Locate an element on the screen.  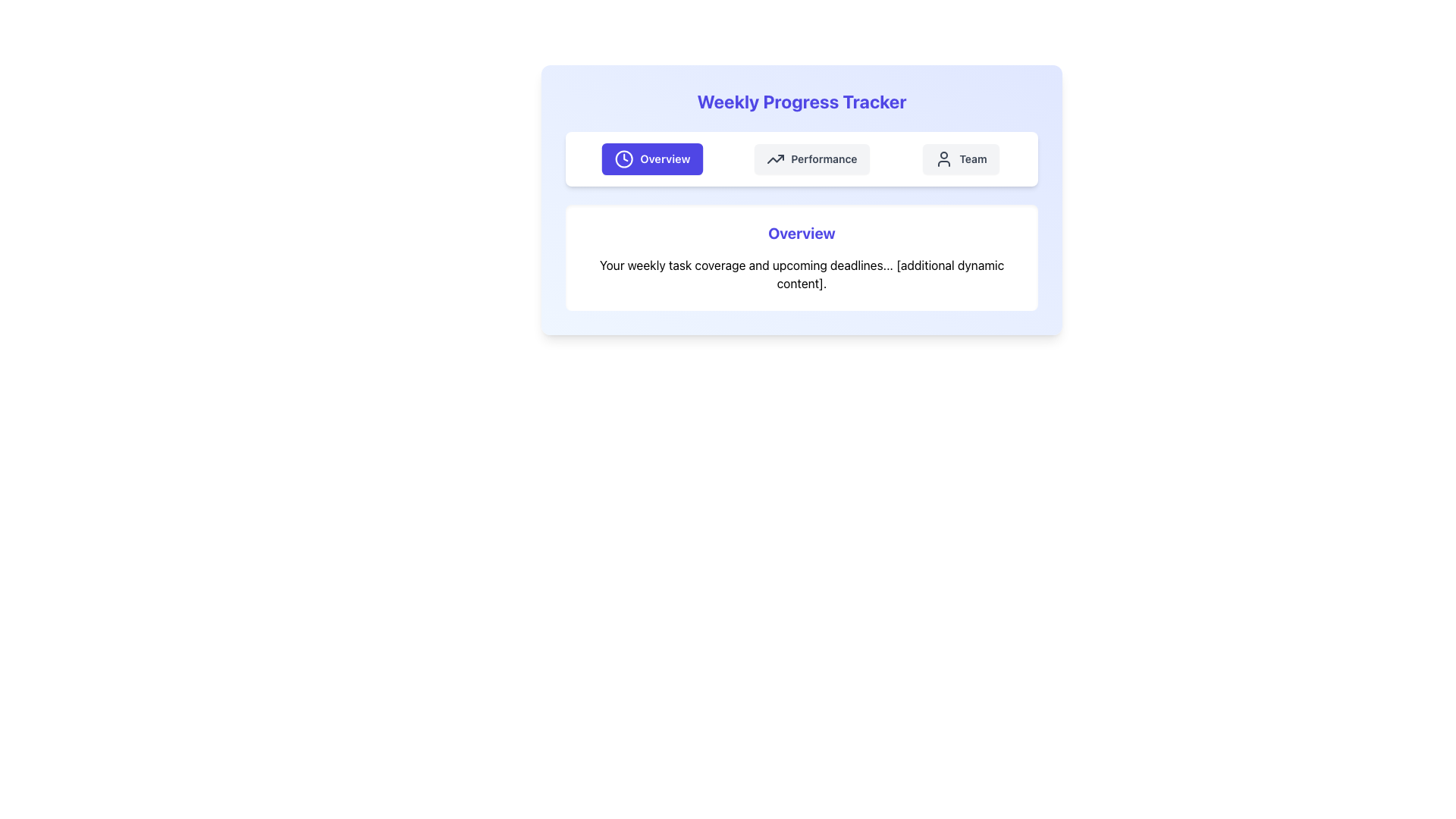
the leftmost button is located at coordinates (652, 158).